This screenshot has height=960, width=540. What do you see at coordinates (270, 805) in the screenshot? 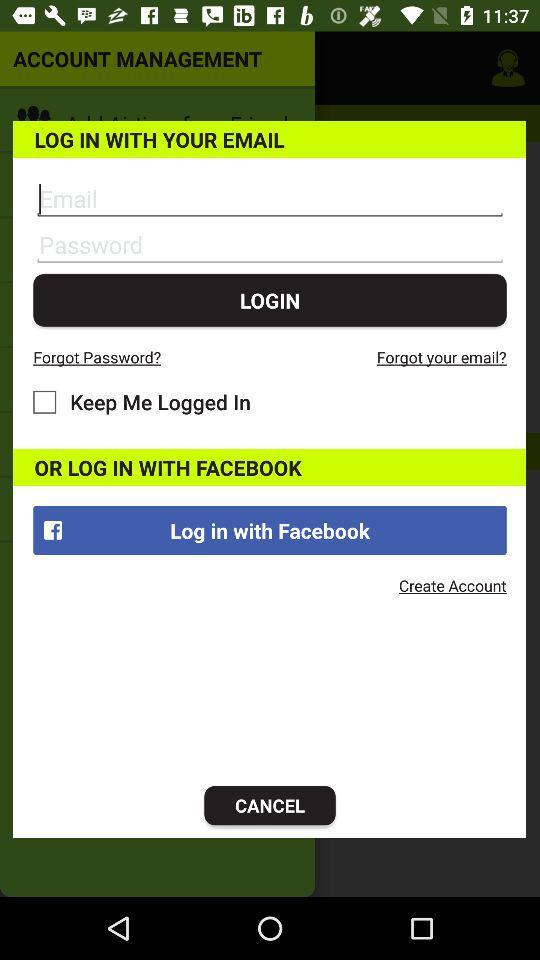
I see `the icon below log in with icon` at bounding box center [270, 805].